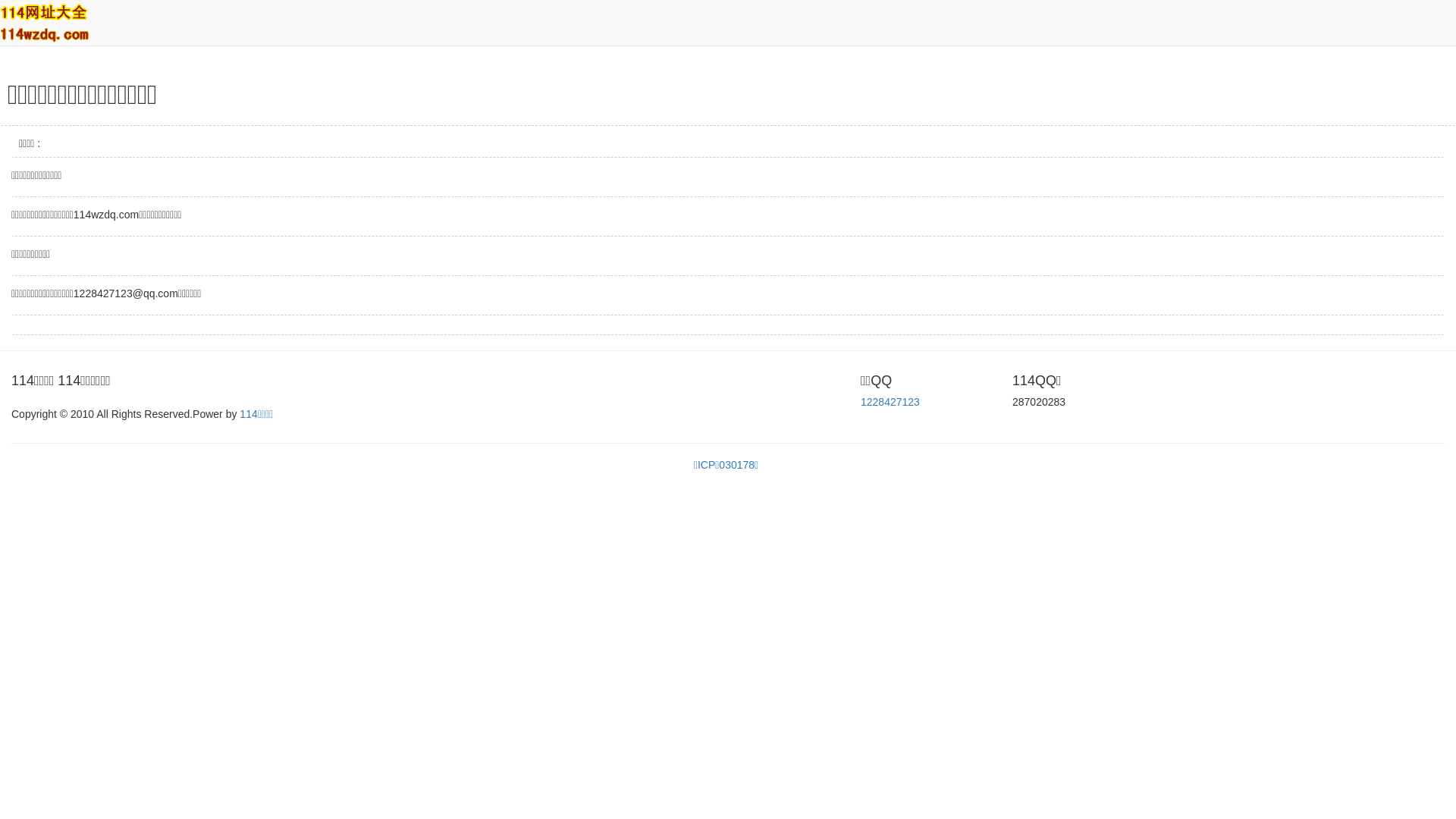 The width and height of the screenshot is (1456, 819). Describe the element at coordinates (890, 400) in the screenshot. I see `'1228427123'` at that location.